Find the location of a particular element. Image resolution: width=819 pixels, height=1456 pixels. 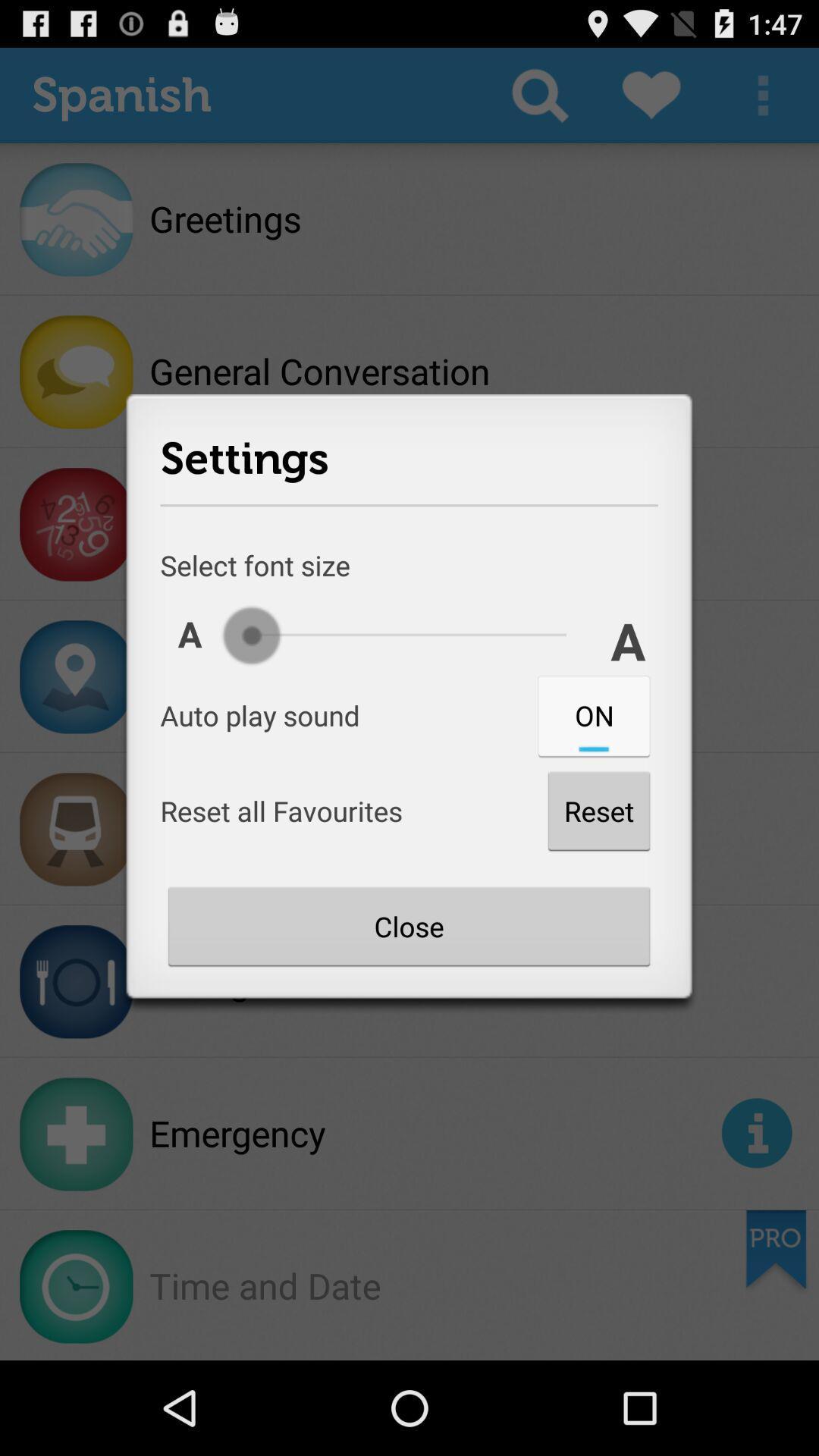

icon next to auto play sound is located at coordinates (593, 714).